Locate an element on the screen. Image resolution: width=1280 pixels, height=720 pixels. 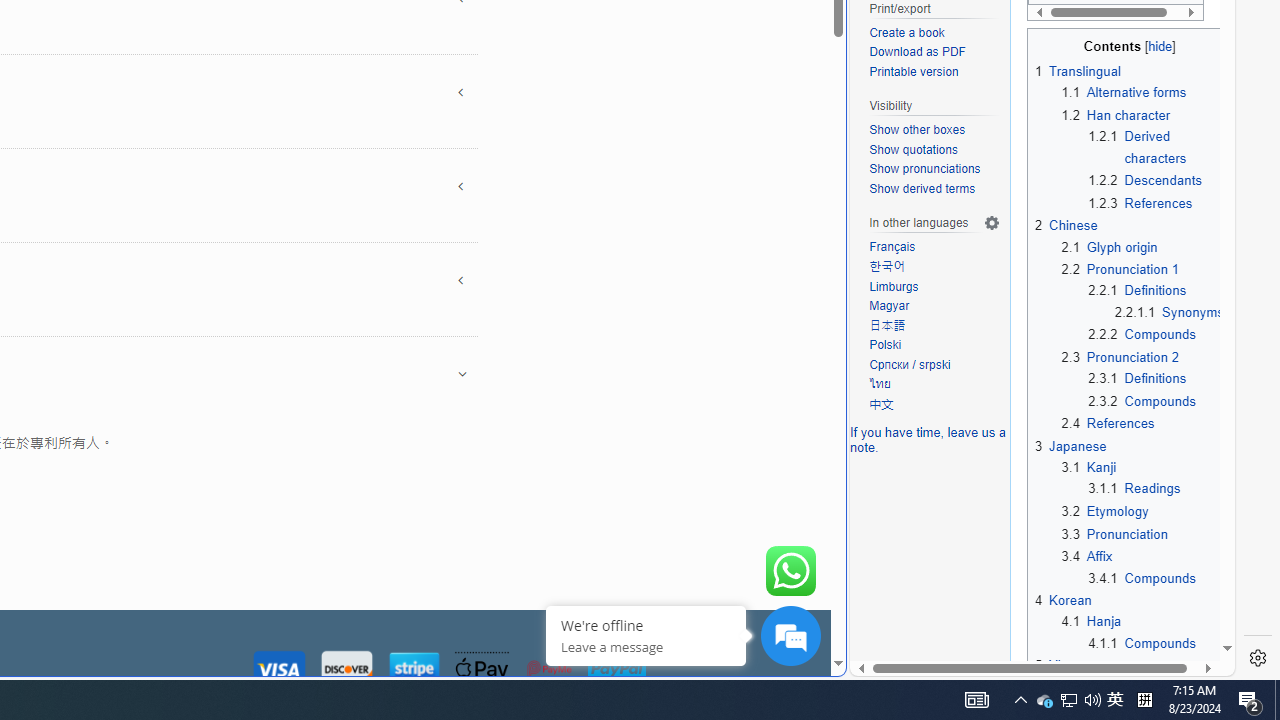
'4.1.1 Compounds' is located at coordinates (1142, 642).